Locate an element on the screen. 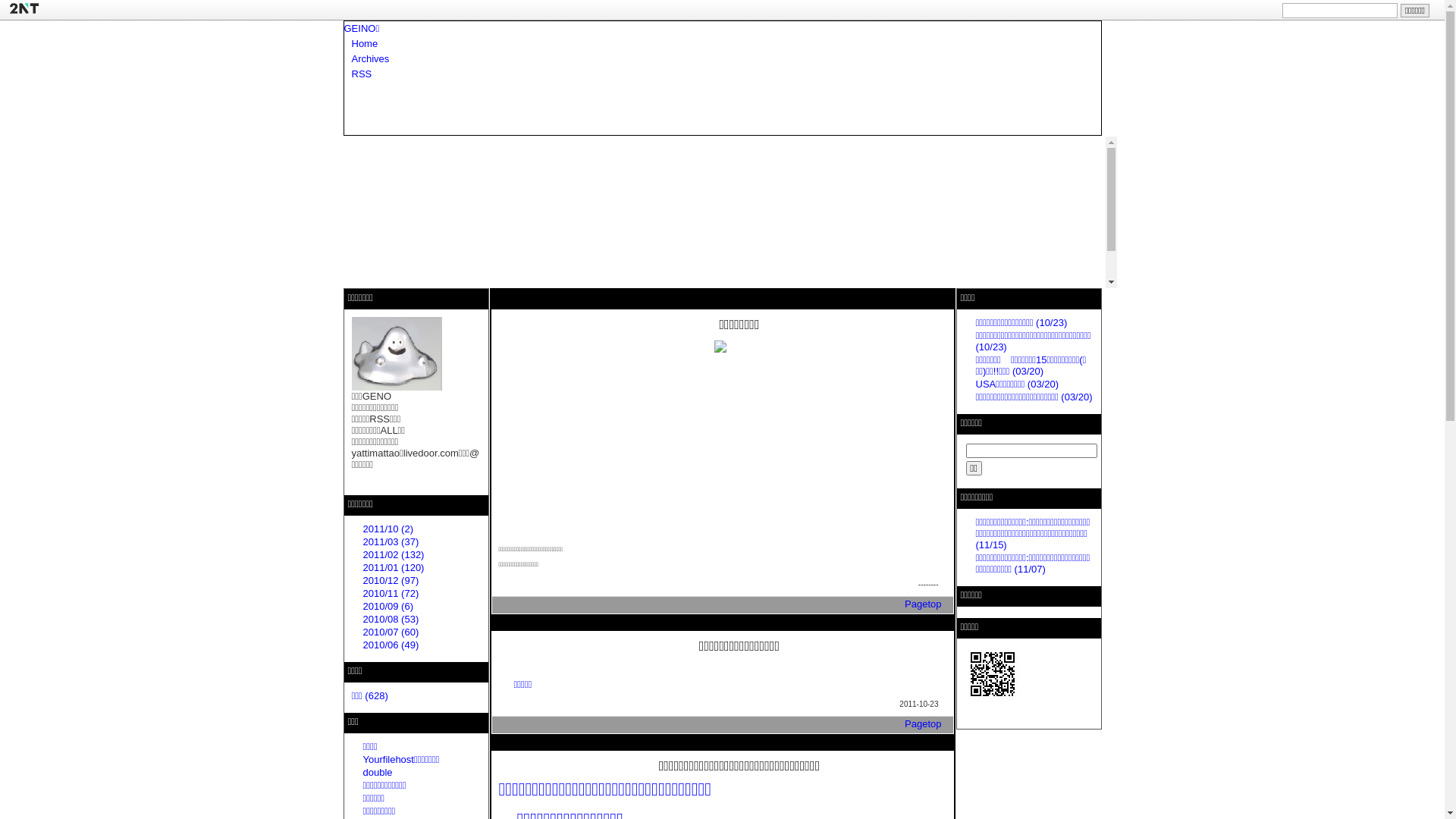  'Pagetop' is located at coordinates (922, 723).